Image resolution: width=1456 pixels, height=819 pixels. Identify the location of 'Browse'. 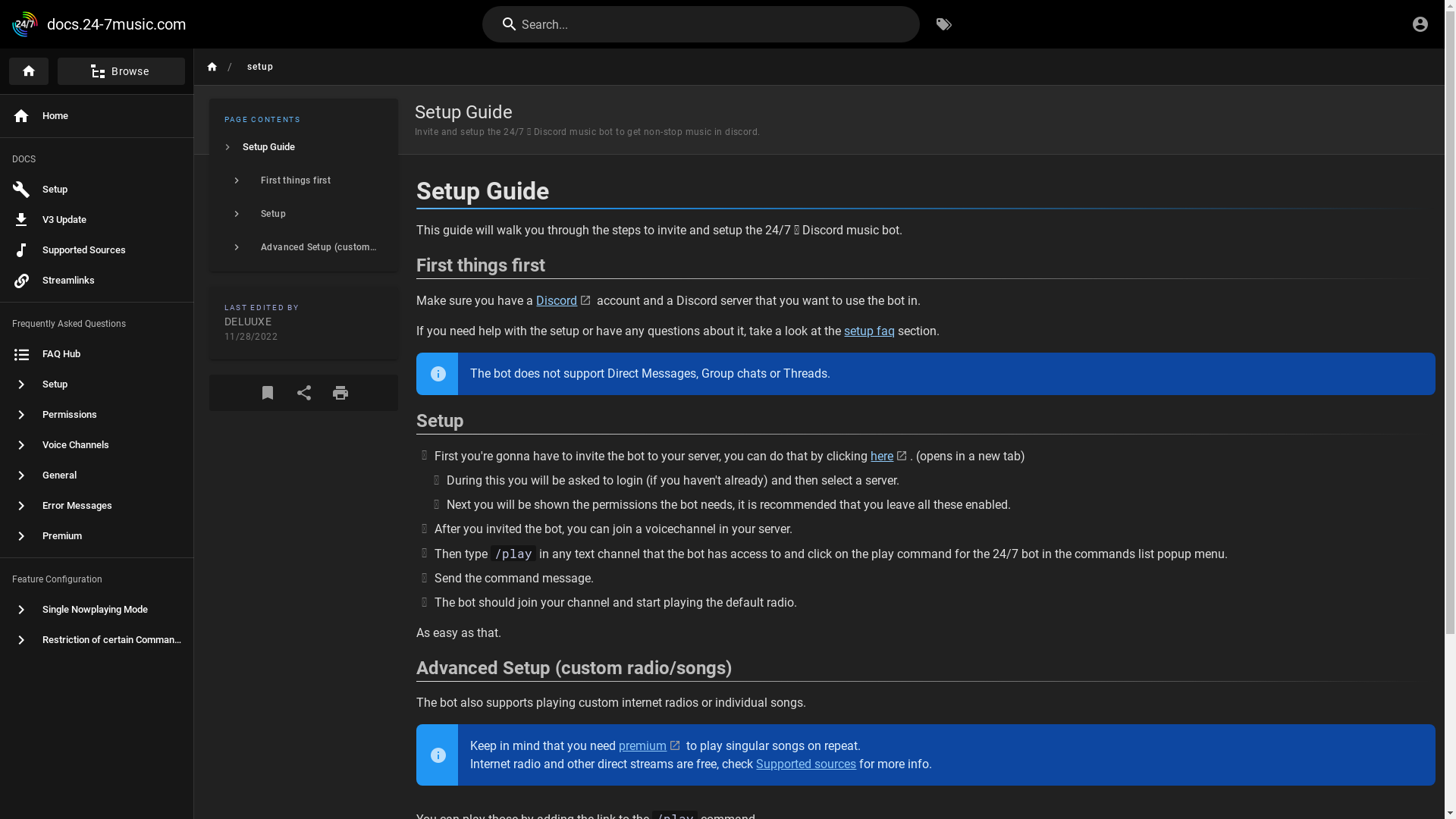
(115, 71).